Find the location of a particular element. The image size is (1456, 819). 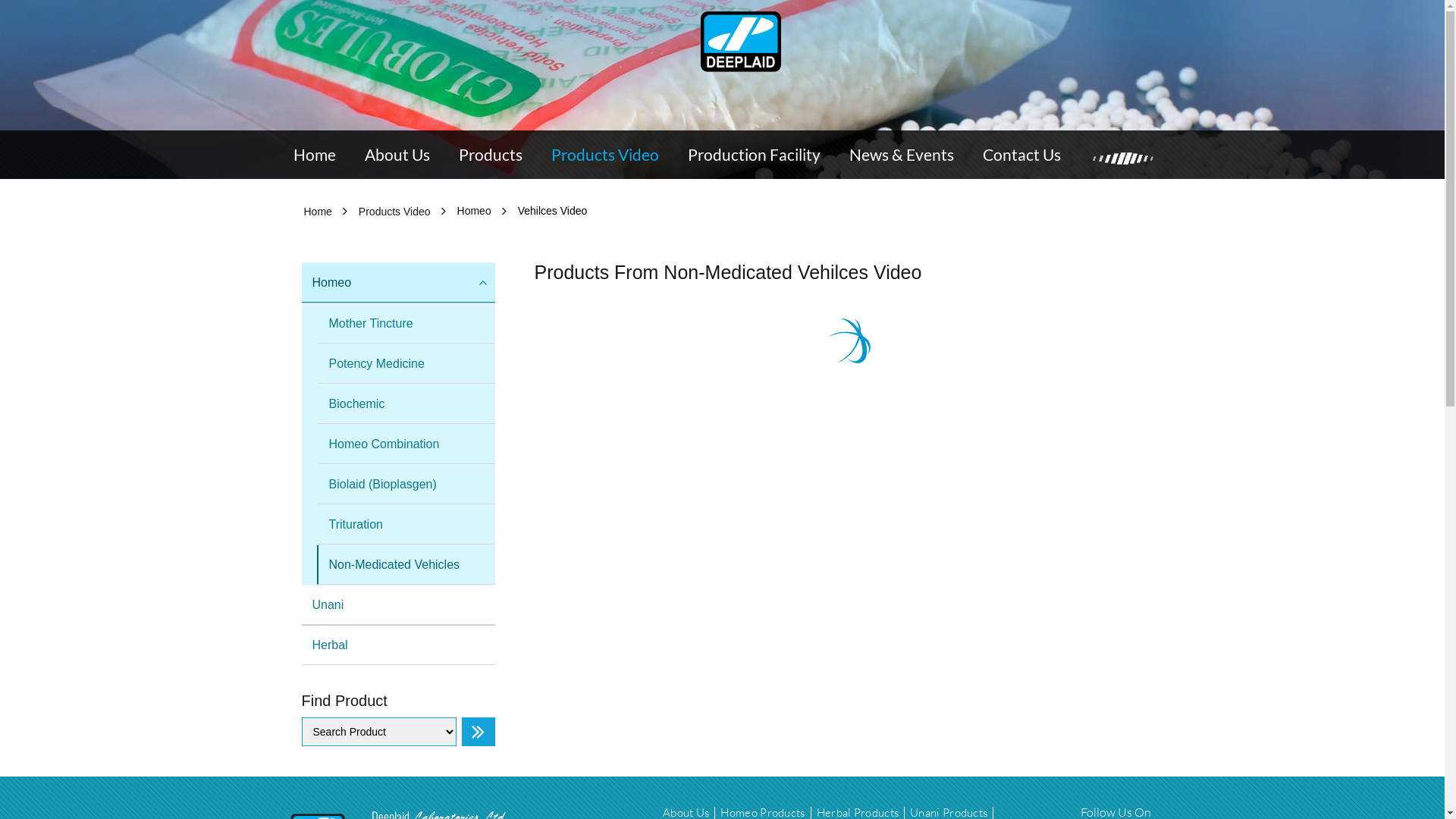

'Products Video' is located at coordinates (394, 211).